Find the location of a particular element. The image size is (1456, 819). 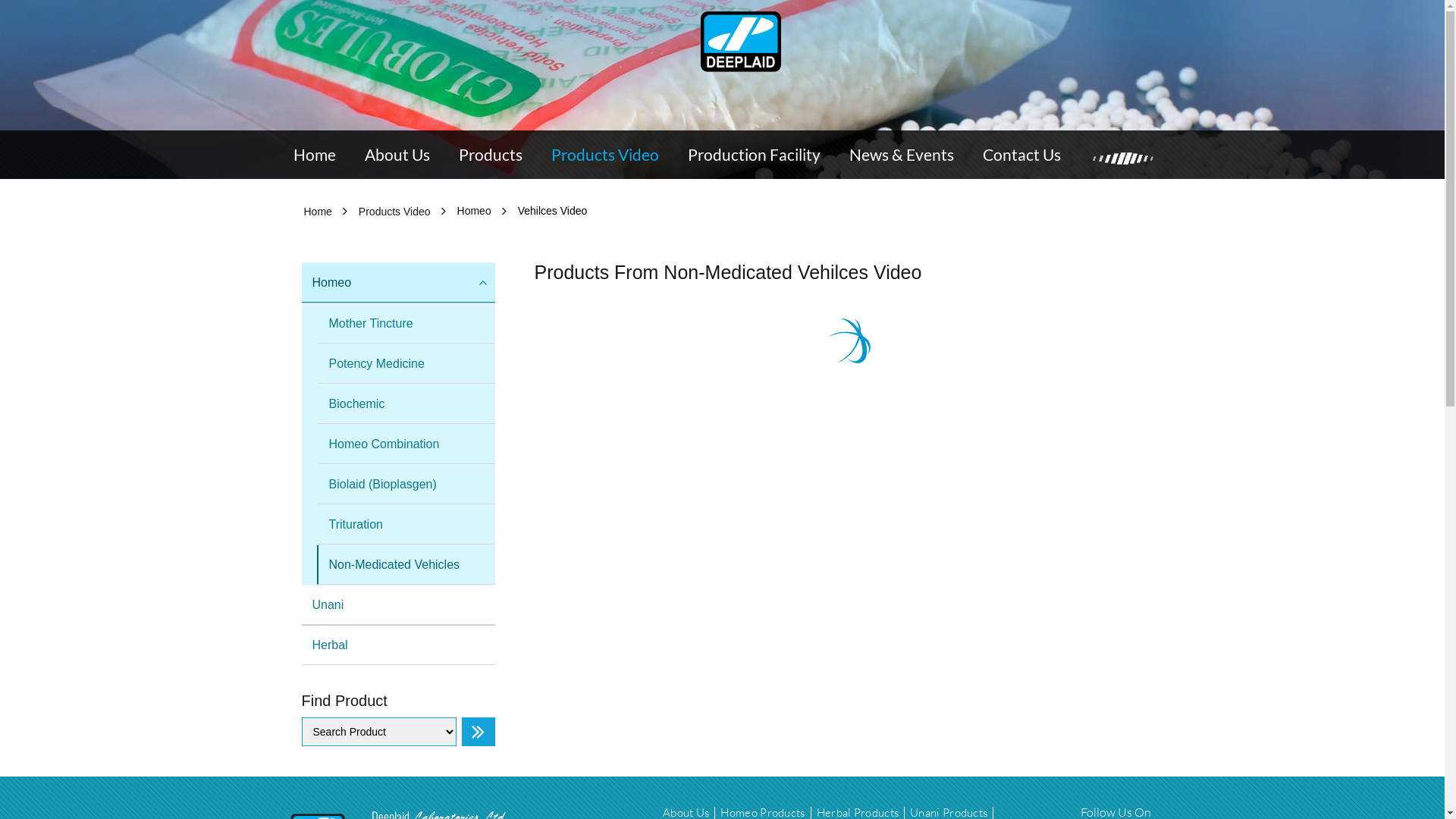

'Products Video' is located at coordinates (394, 211).